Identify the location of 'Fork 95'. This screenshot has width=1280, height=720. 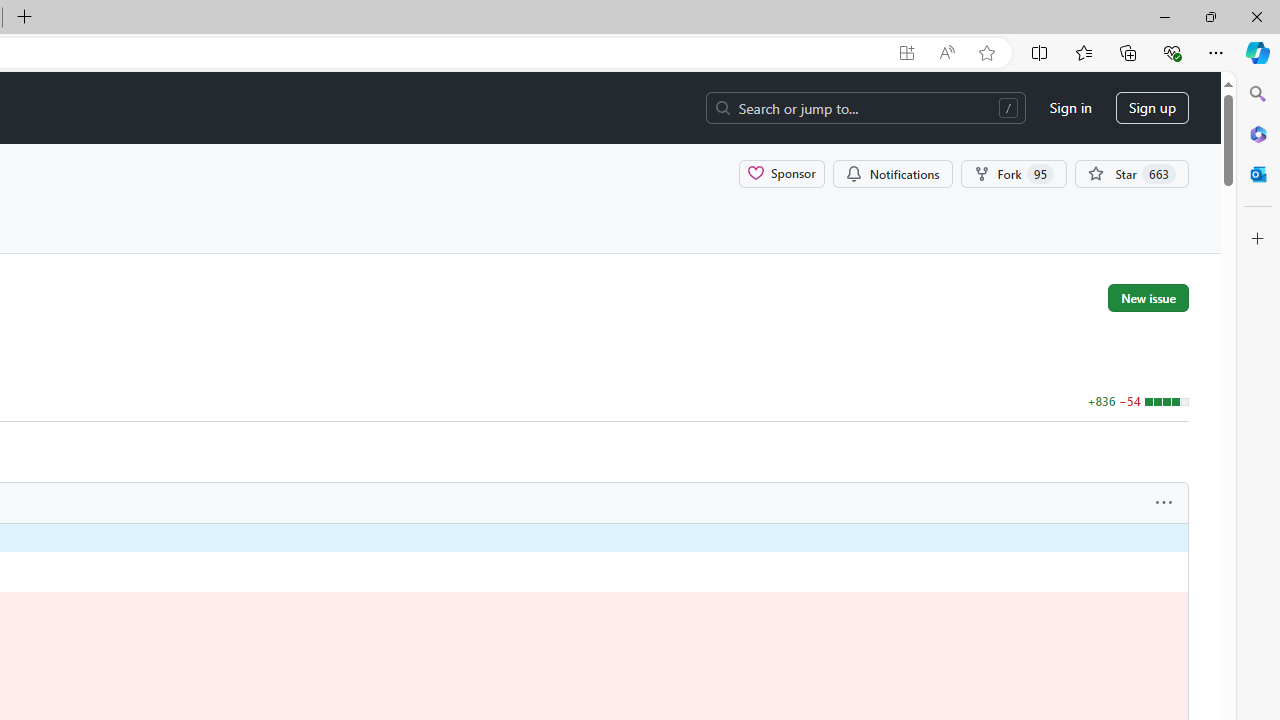
(1013, 172).